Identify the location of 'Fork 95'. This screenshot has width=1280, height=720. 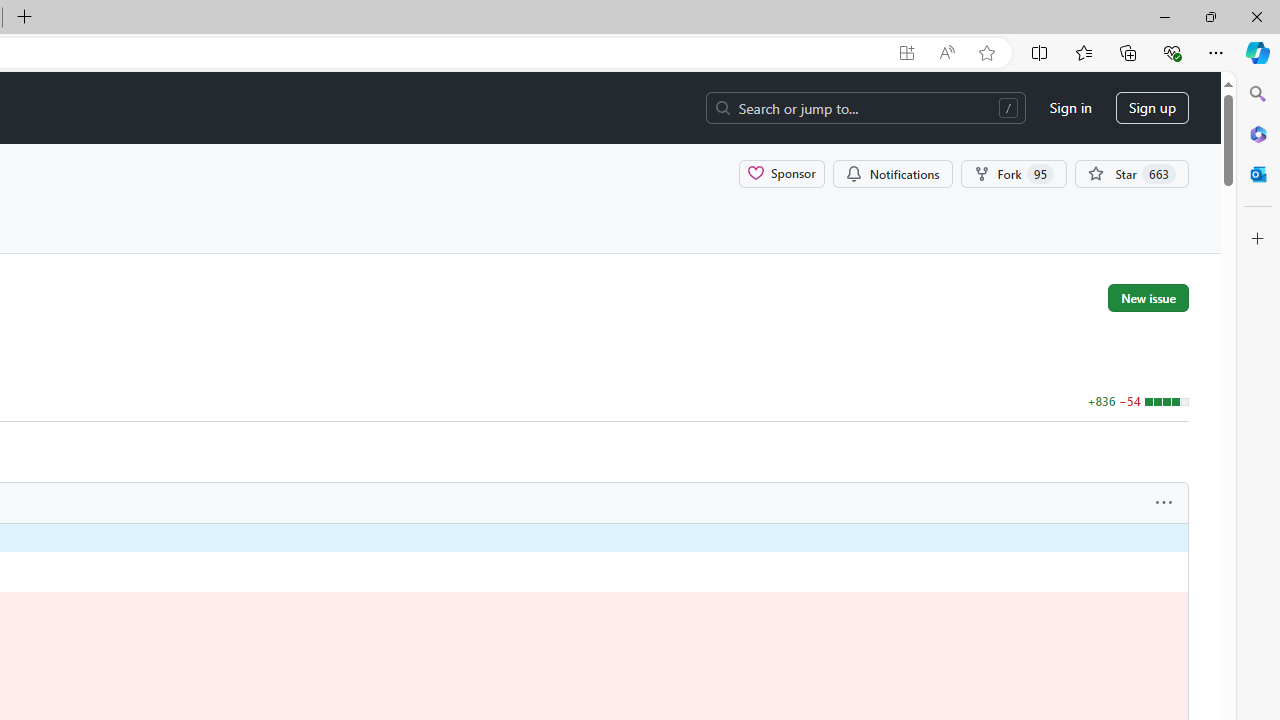
(1013, 172).